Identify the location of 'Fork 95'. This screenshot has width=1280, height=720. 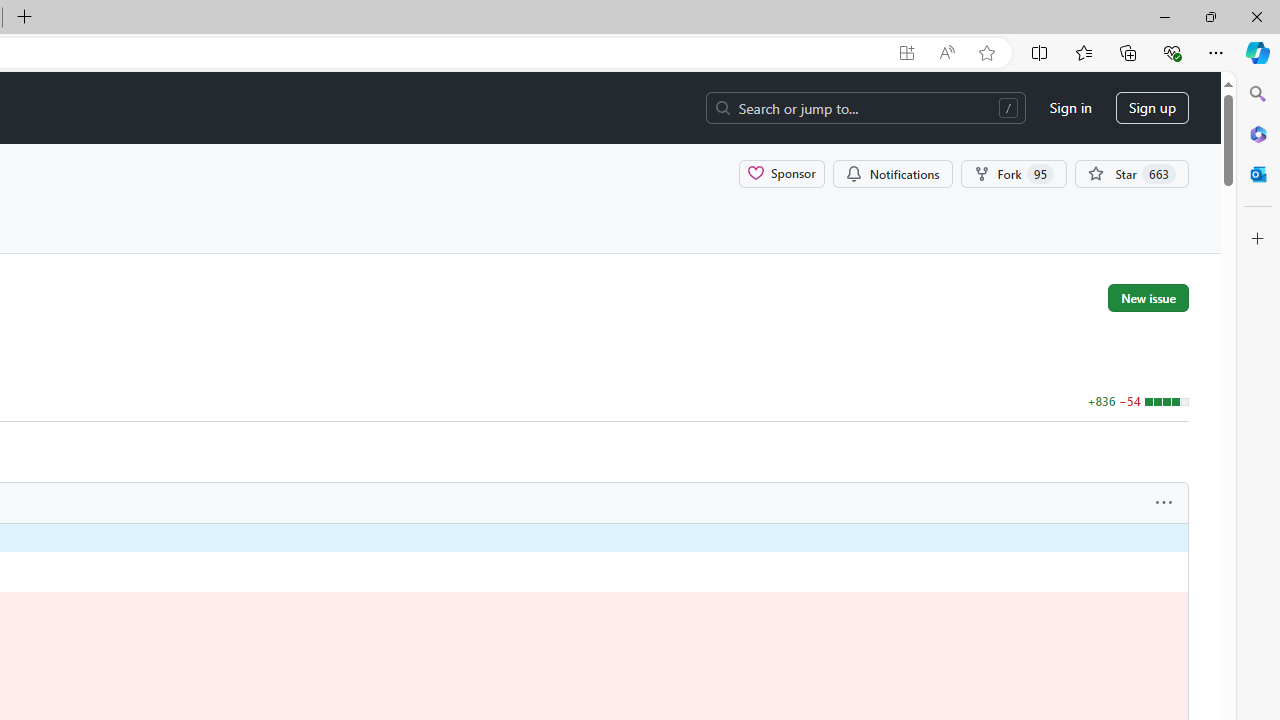
(1013, 172).